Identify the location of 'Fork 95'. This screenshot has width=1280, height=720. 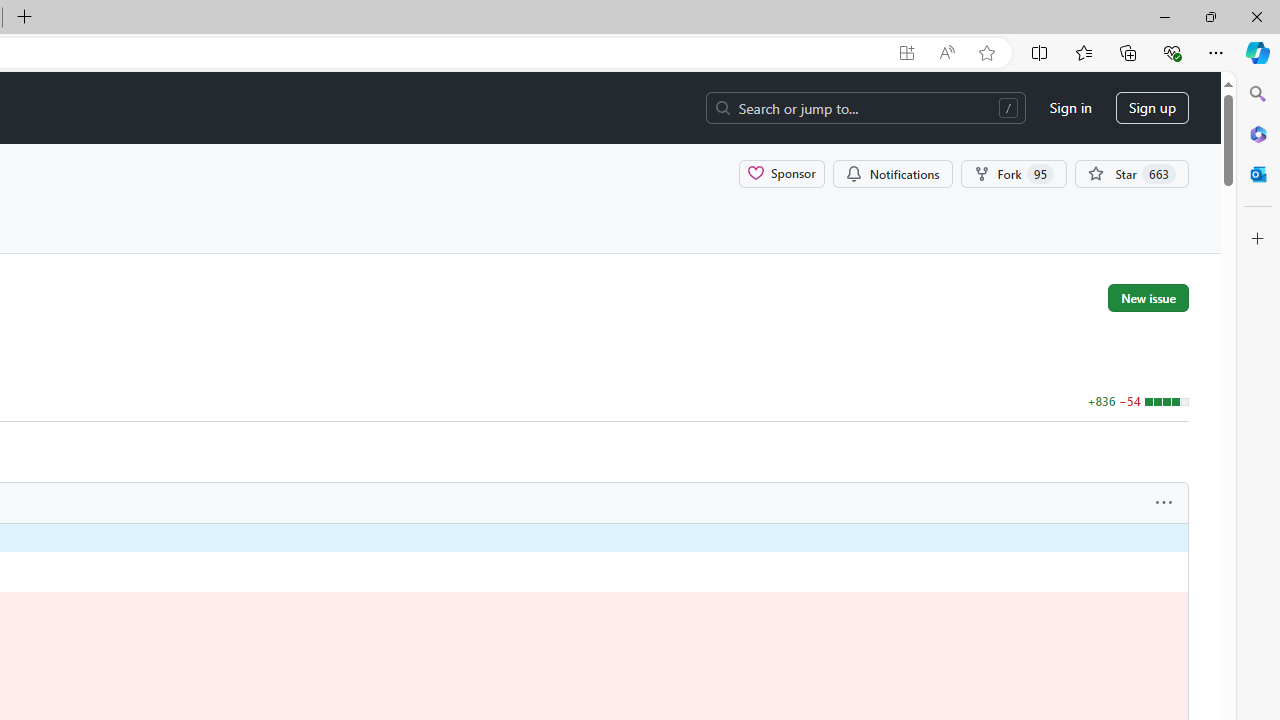
(1013, 172).